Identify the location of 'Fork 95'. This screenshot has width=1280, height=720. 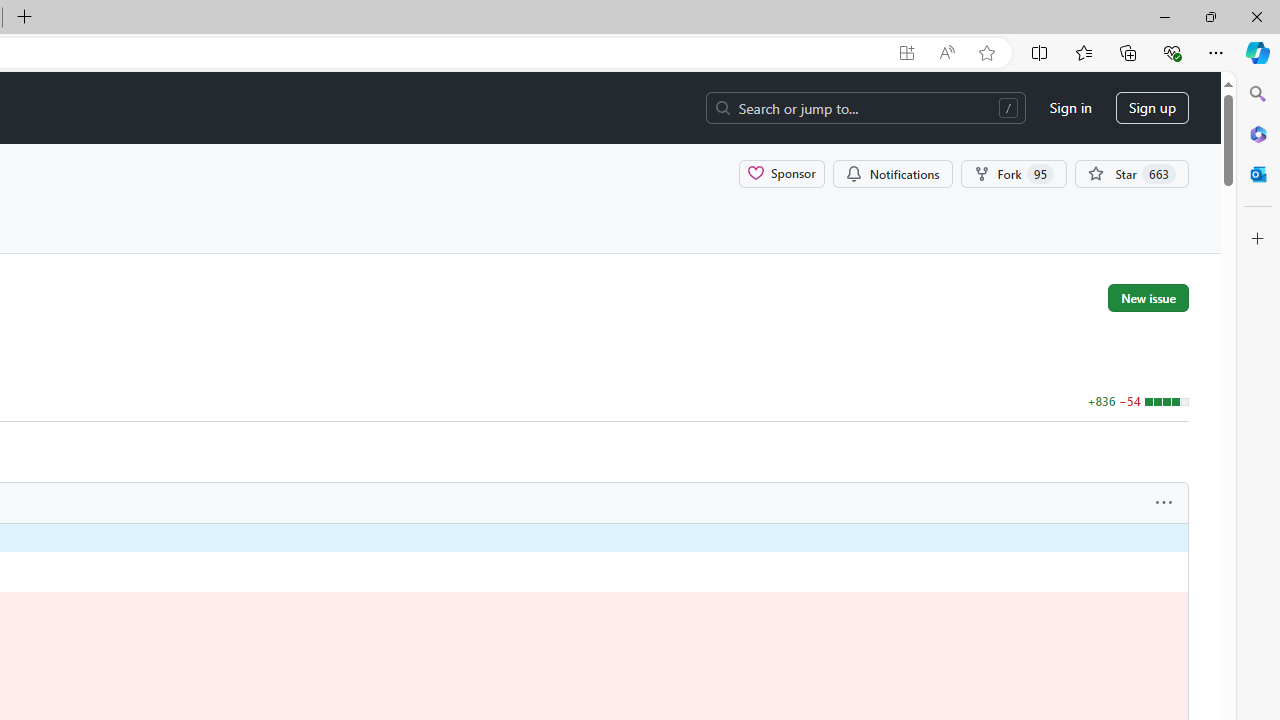
(1013, 172).